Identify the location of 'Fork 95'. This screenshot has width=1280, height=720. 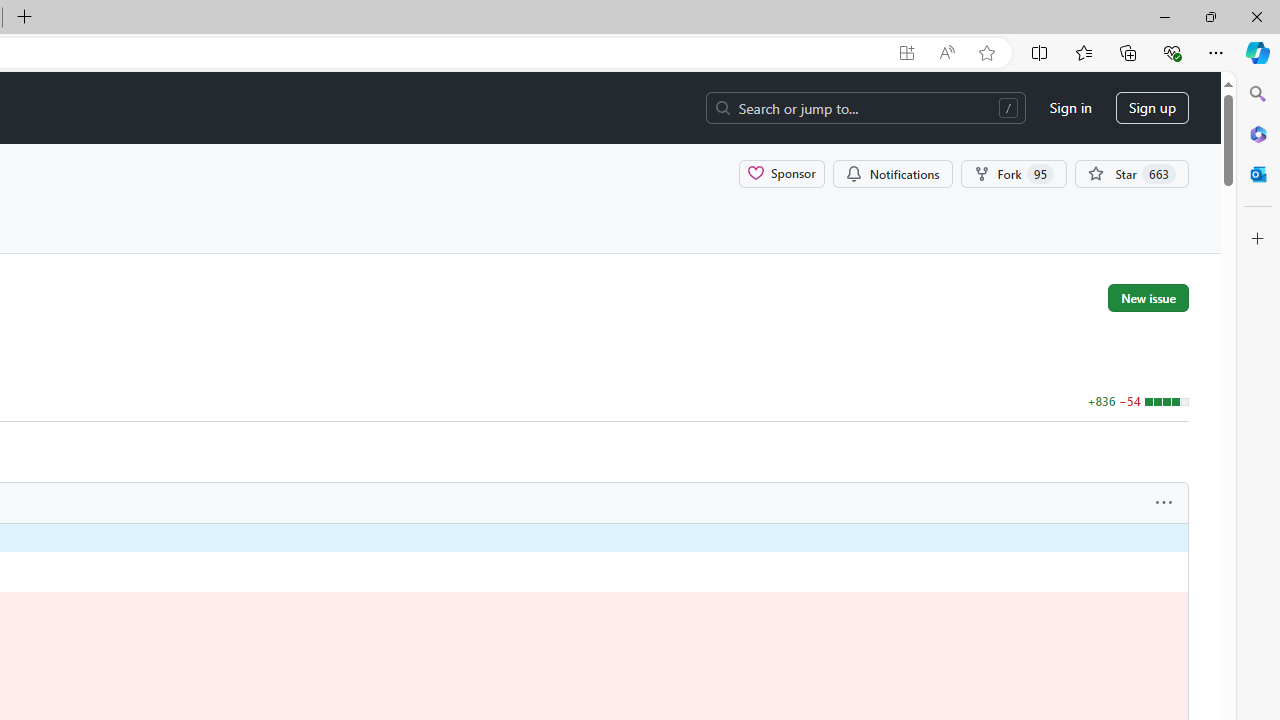
(1013, 172).